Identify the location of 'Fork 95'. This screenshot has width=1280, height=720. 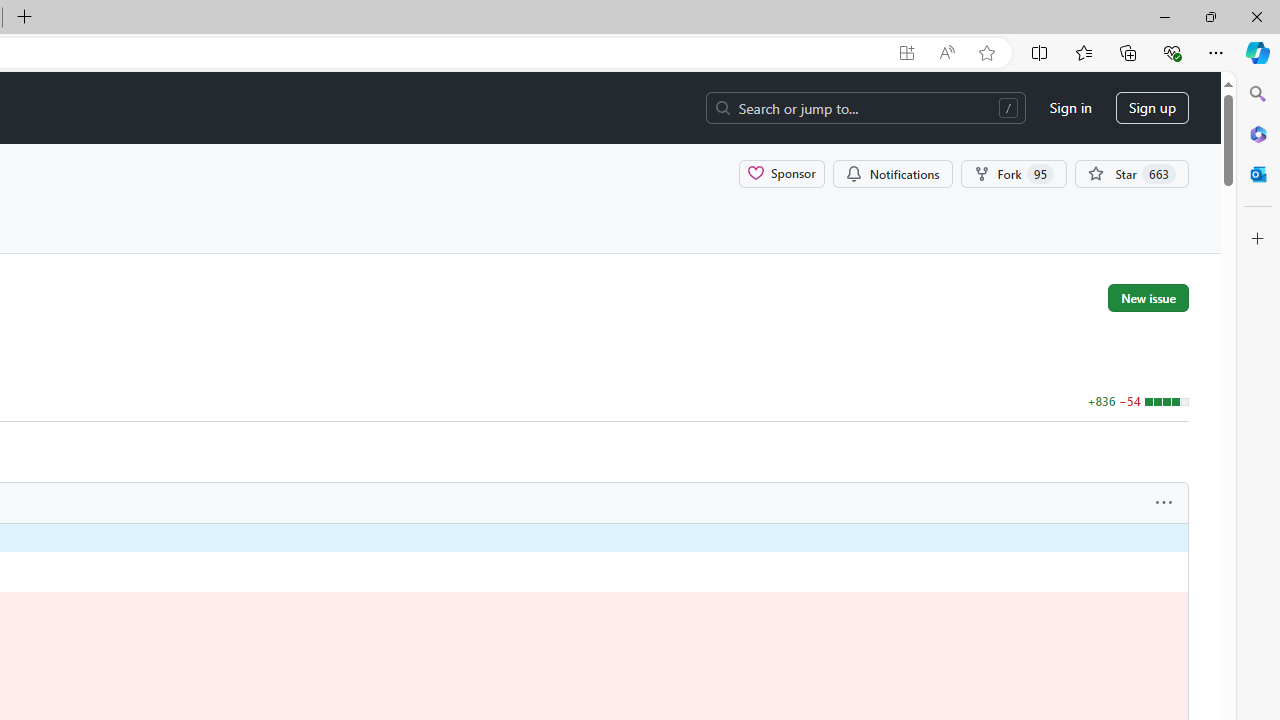
(1013, 172).